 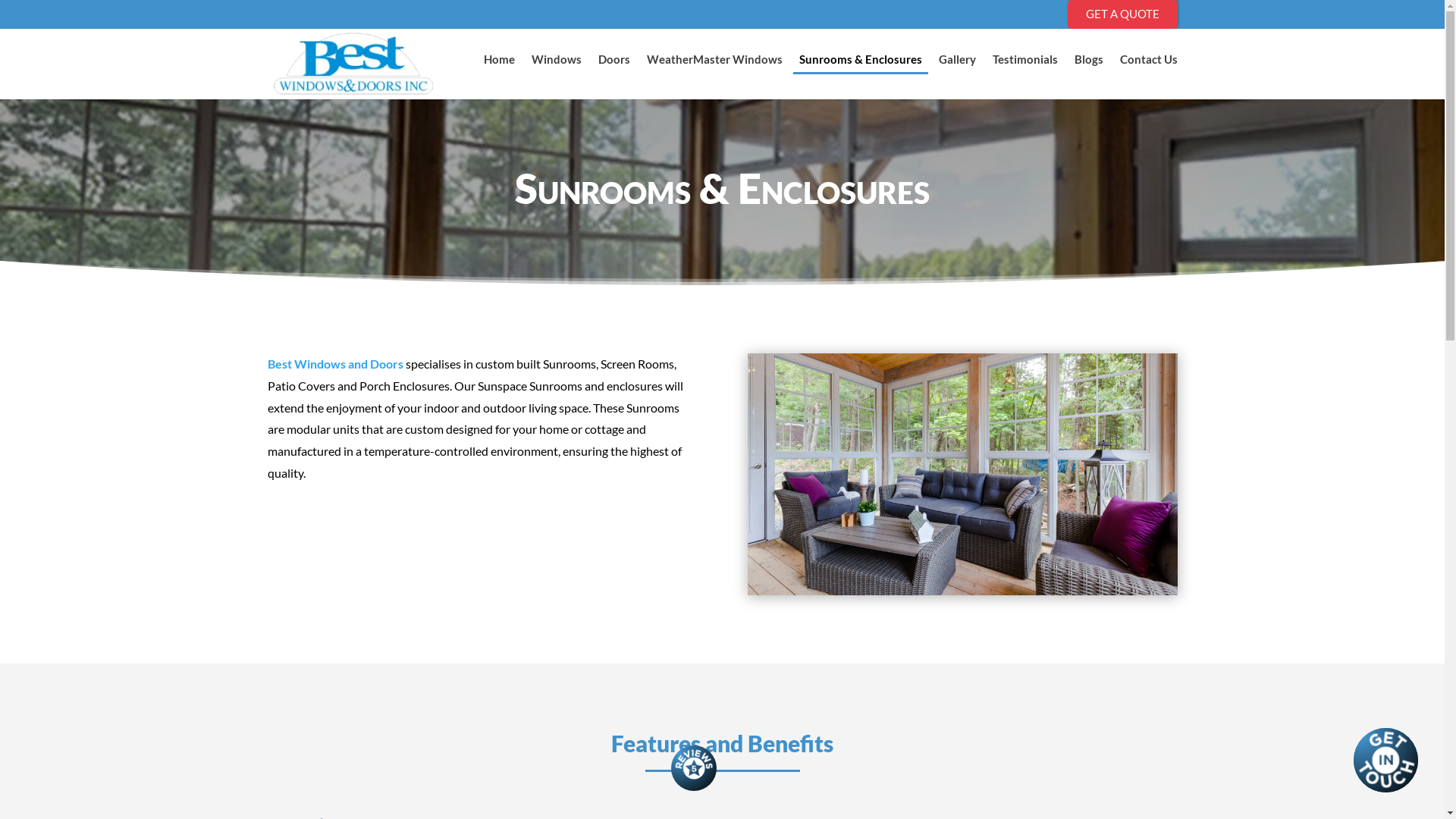 What do you see at coordinates (555, 71) in the screenshot?
I see `'Windows'` at bounding box center [555, 71].